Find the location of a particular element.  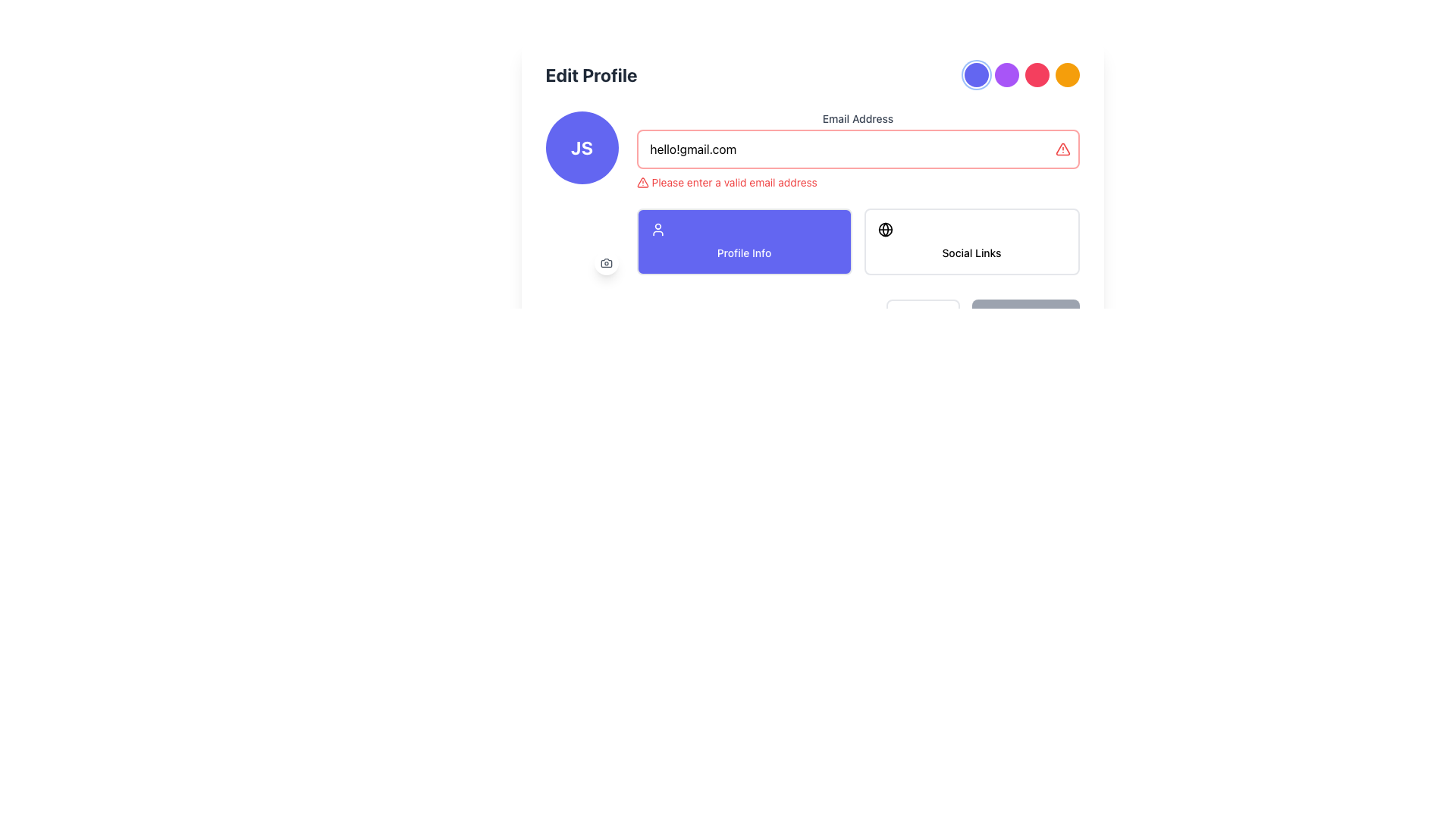

the Alert/Warning icon next to the 'Email Address' input field to read the tooltip if available is located at coordinates (1062, 149).